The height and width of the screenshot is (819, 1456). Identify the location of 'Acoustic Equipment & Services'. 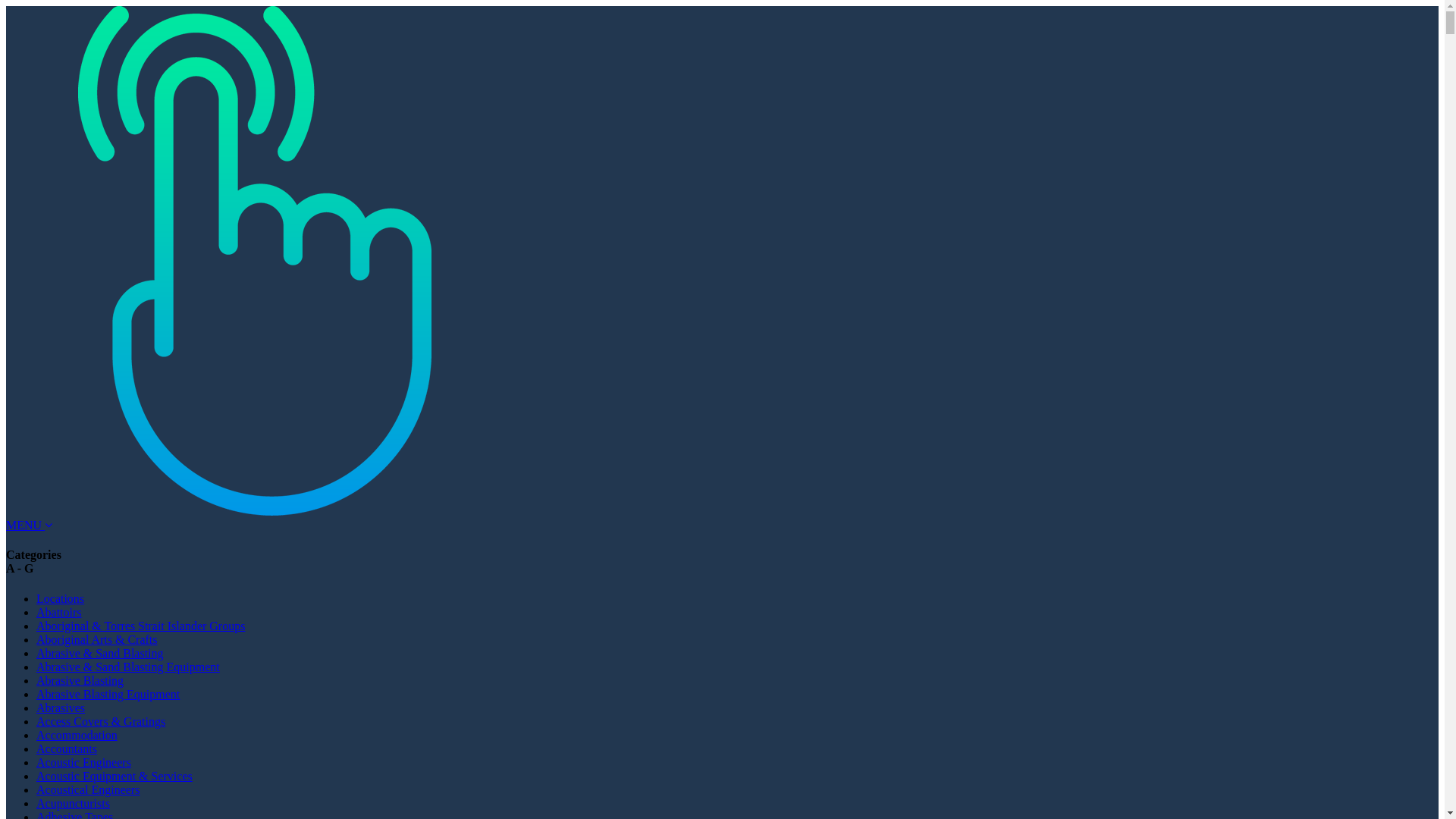
(113, 776).